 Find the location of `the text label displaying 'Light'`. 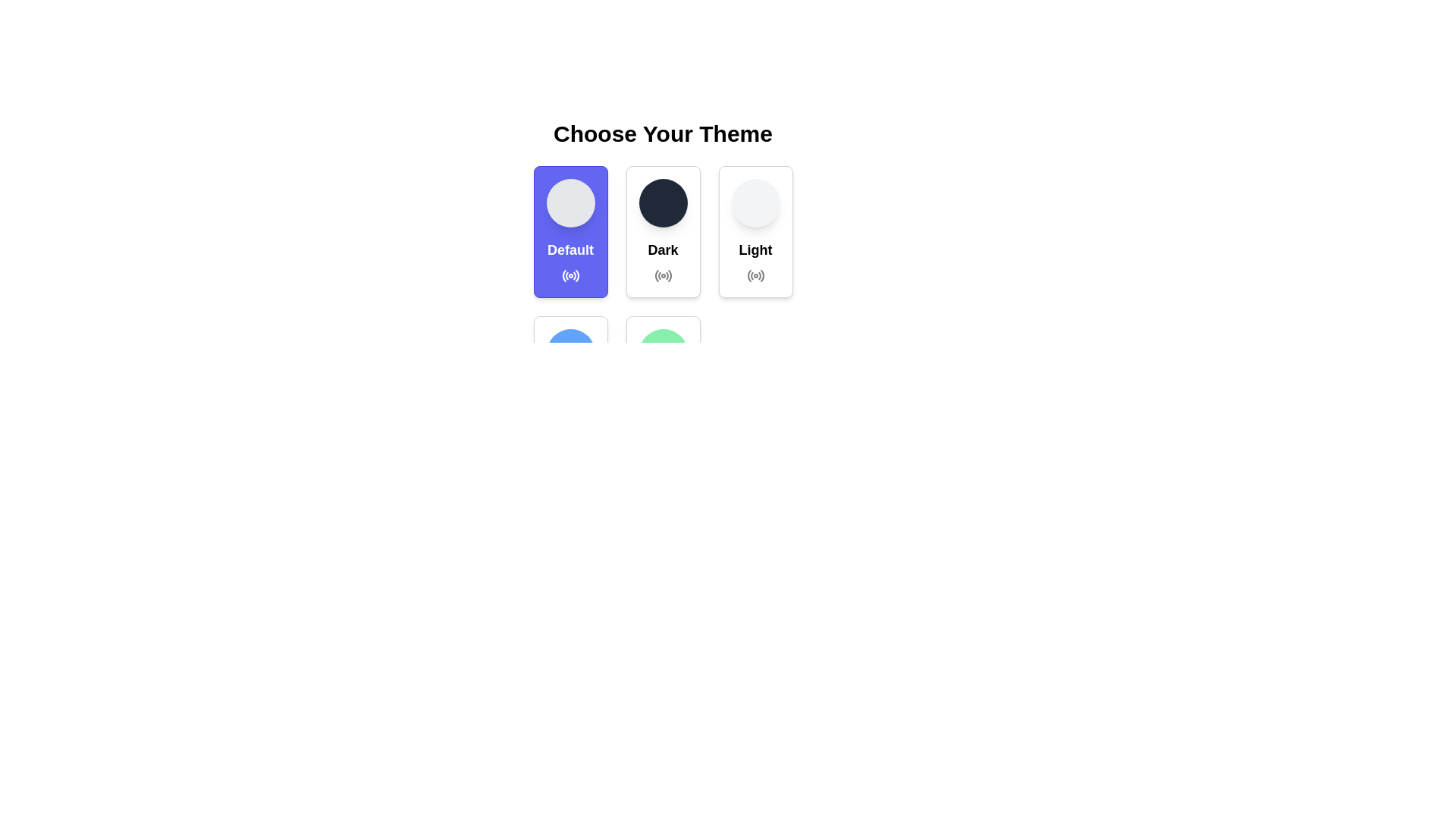

the text label displaying 'Light' is located at coordinates (755, 249).